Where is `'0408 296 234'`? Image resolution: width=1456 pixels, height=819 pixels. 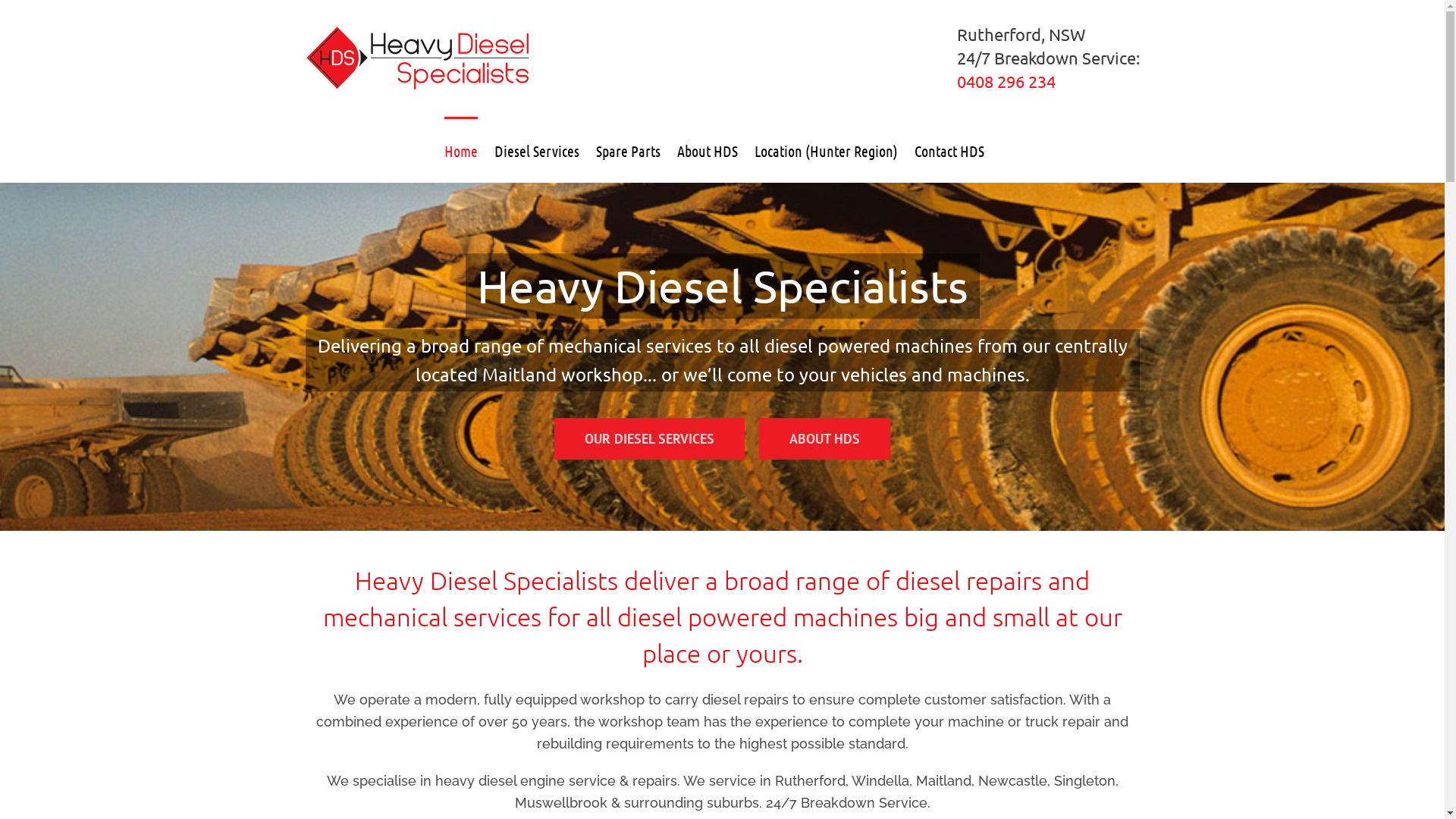 '0408 296 234' is located at coordinates (956, 81).